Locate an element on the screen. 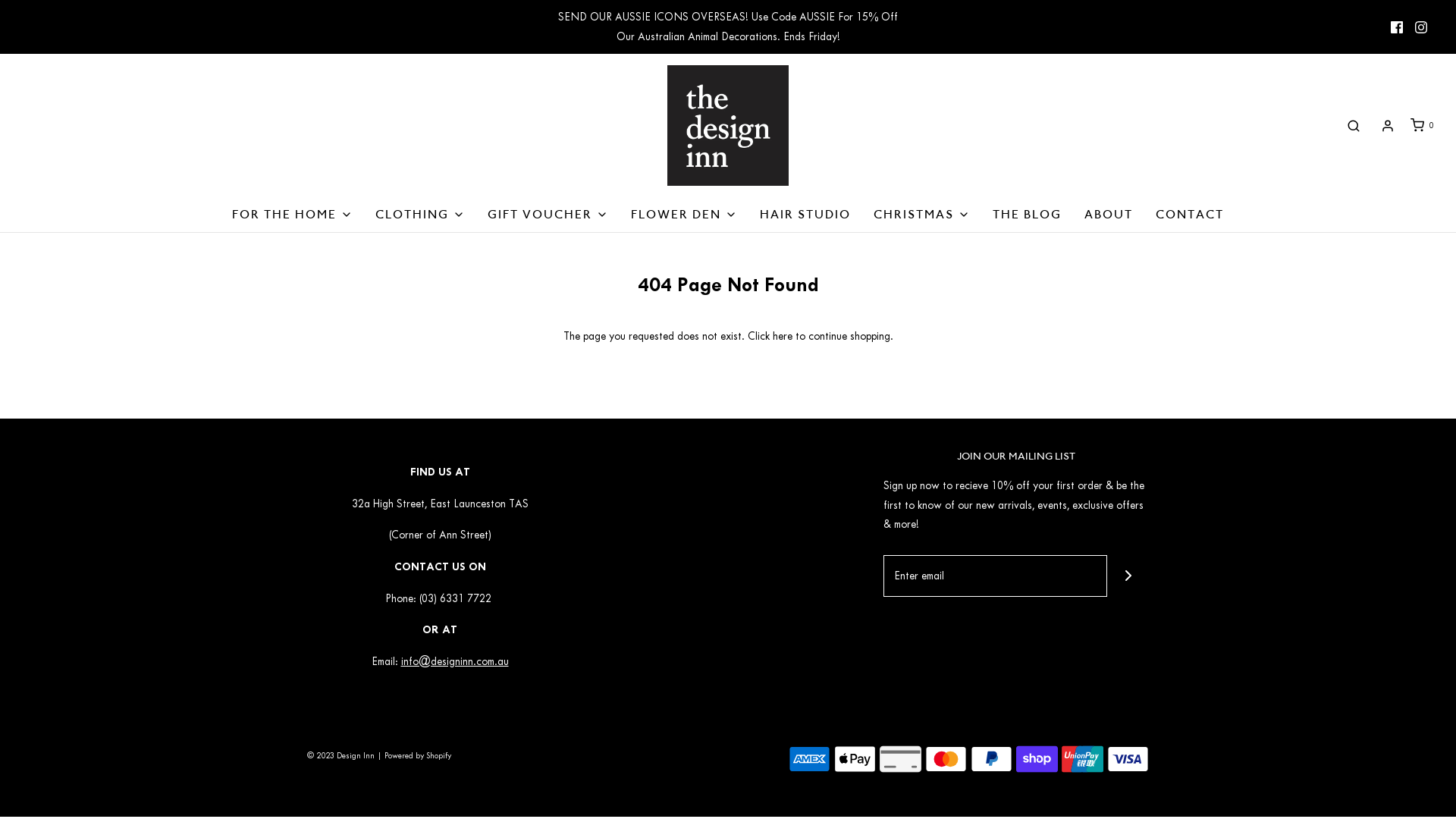 Image resolution: width=1456 pixels, height=819 pixels. 'HAIR STUDIO' is located at coordinates (804, 214).